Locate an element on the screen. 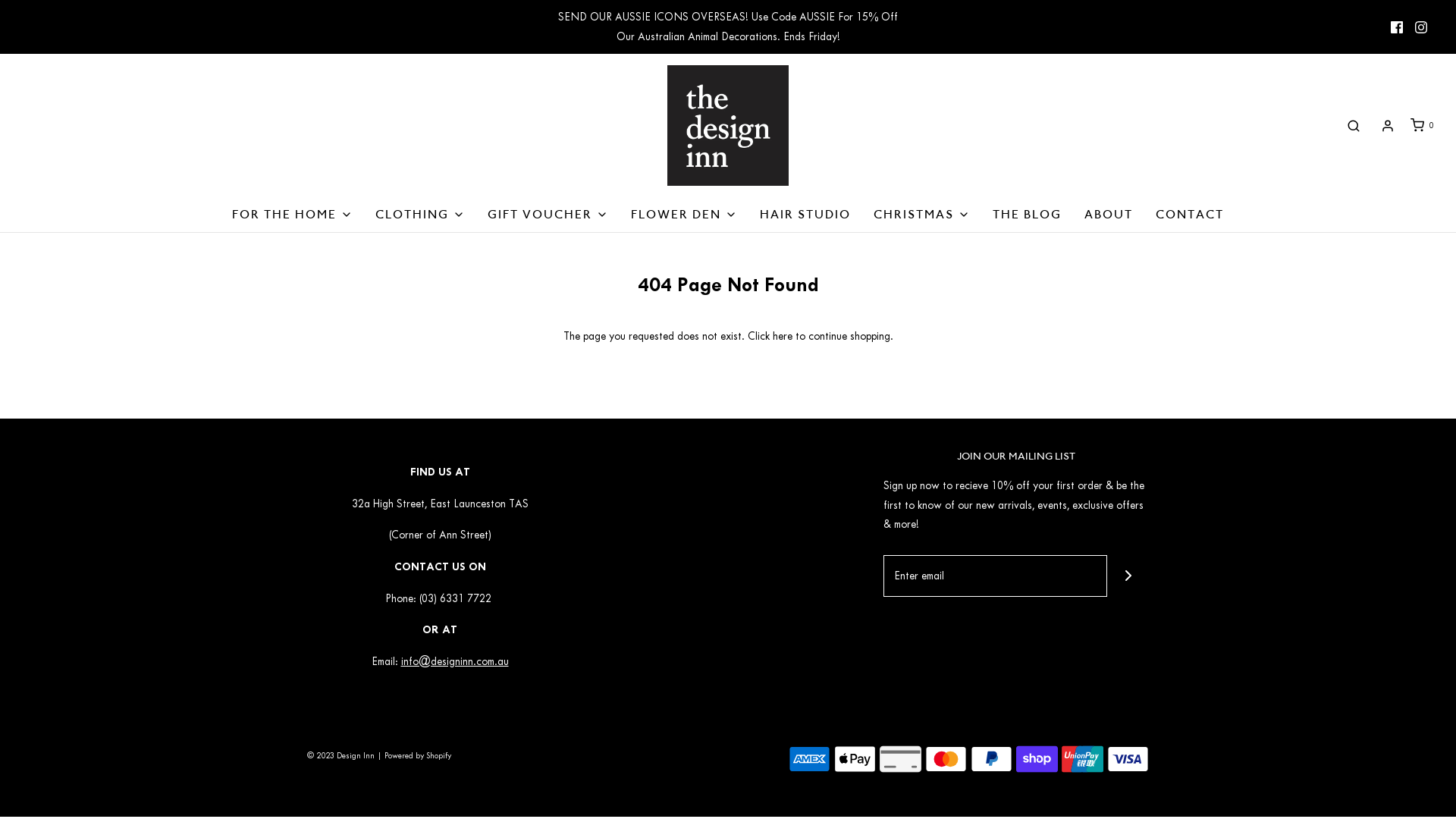 Image resolution: width=1456 pixels, height=819 pixels. 'HAIR STUDIO' is located at coordinates (804, 214).